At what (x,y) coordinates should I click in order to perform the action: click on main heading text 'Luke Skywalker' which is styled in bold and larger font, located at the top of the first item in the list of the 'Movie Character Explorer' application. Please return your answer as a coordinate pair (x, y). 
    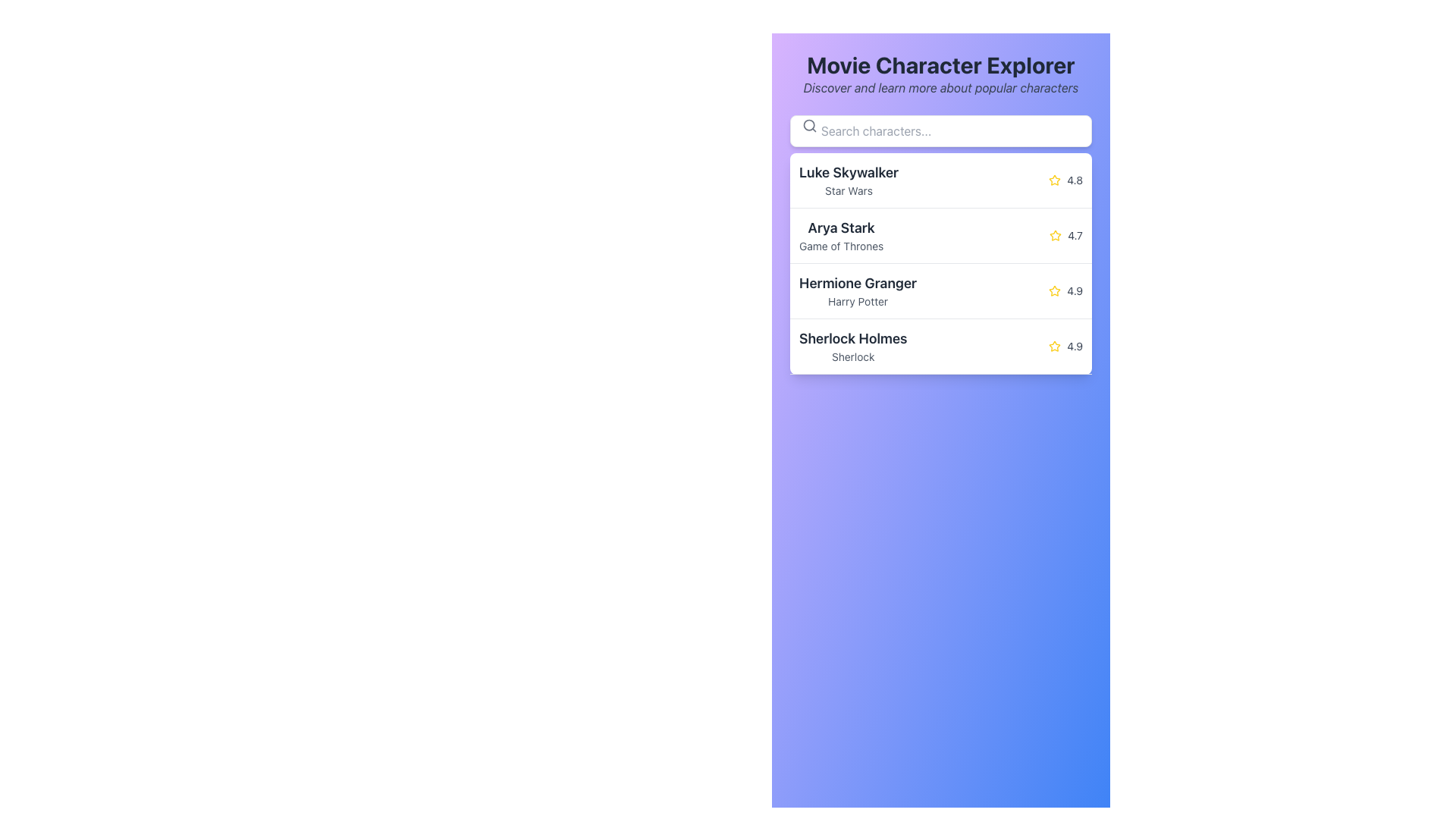
    Looking at the image, I should click on (848, 171).